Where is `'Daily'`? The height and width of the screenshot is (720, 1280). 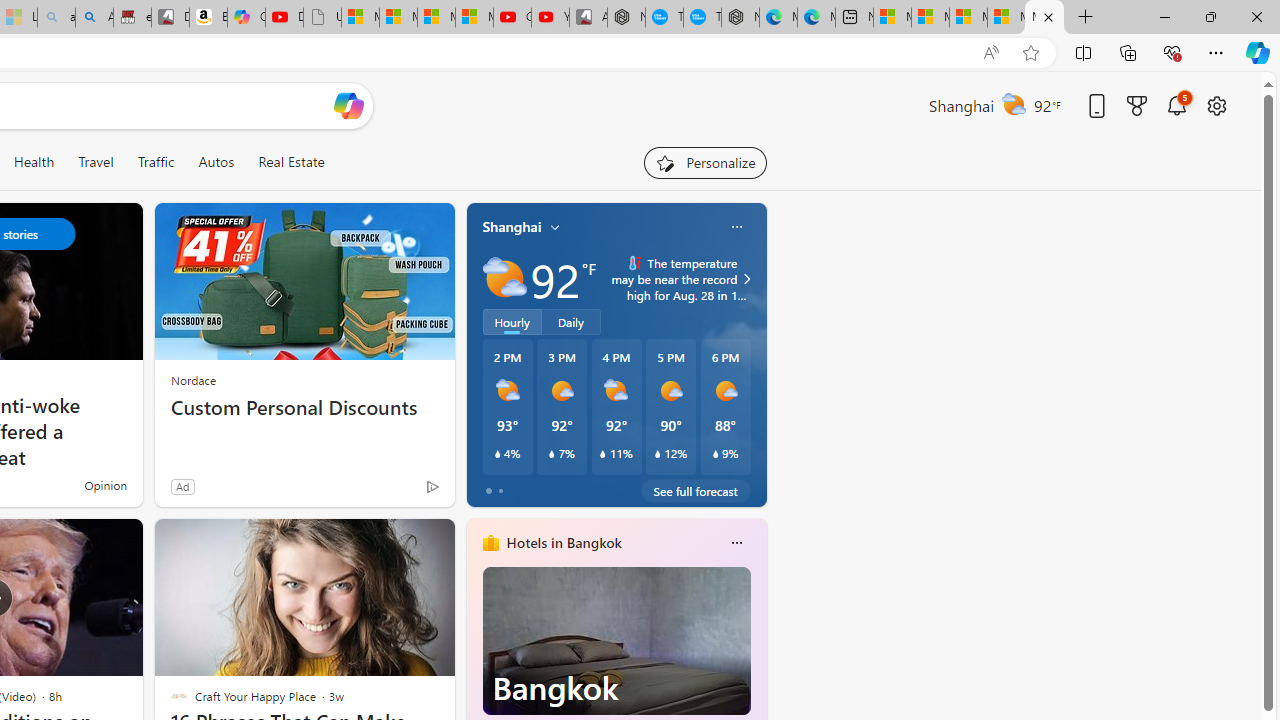
'Daily' is located at coordinates (570, 320).